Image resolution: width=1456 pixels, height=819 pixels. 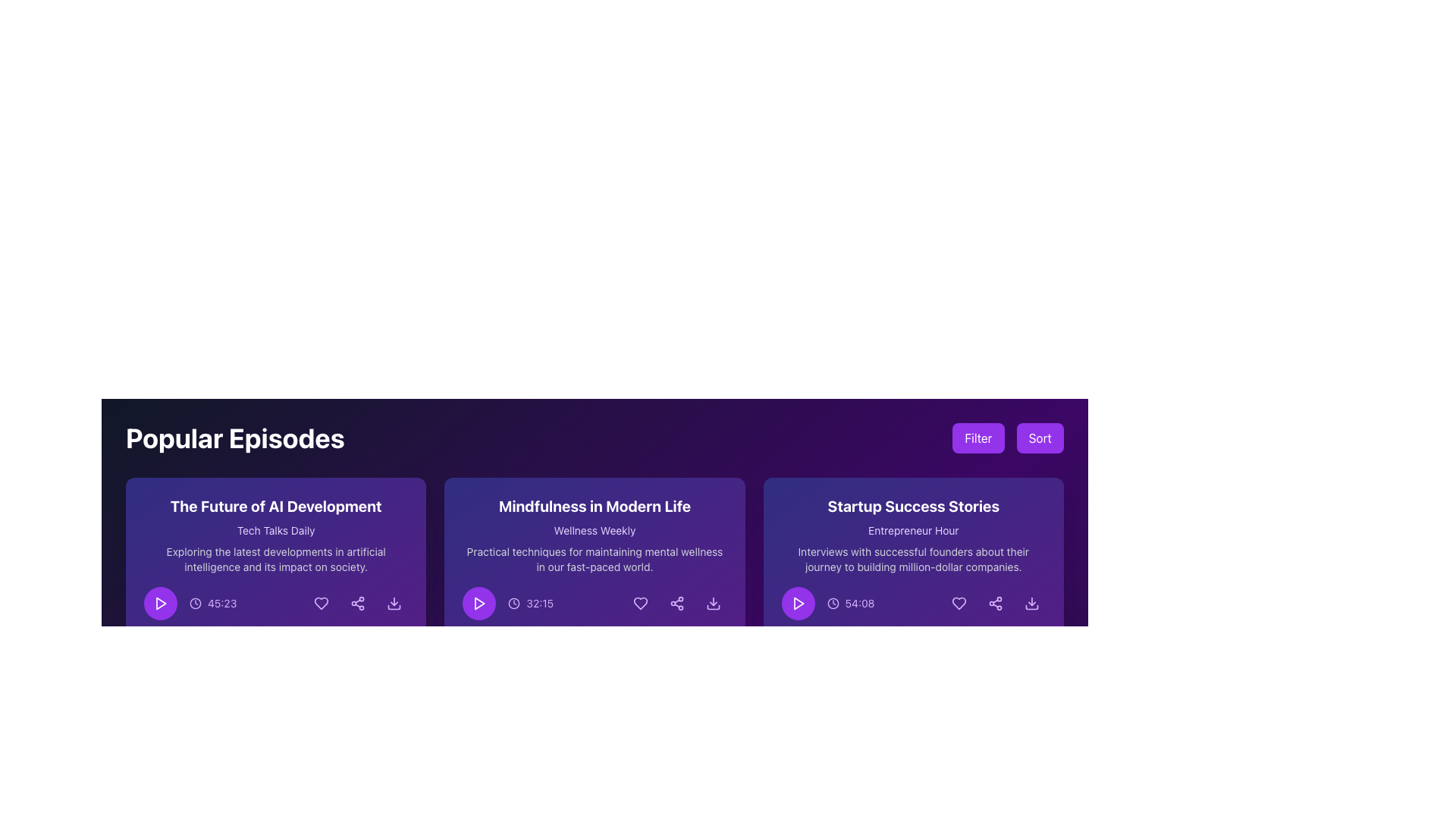 I want to click on the share icon located at the bottom right of the 'Mindfulness in Modern Life' content card in the 'Popular Episodes' section to share the associated content, so click(x=676, y=602).